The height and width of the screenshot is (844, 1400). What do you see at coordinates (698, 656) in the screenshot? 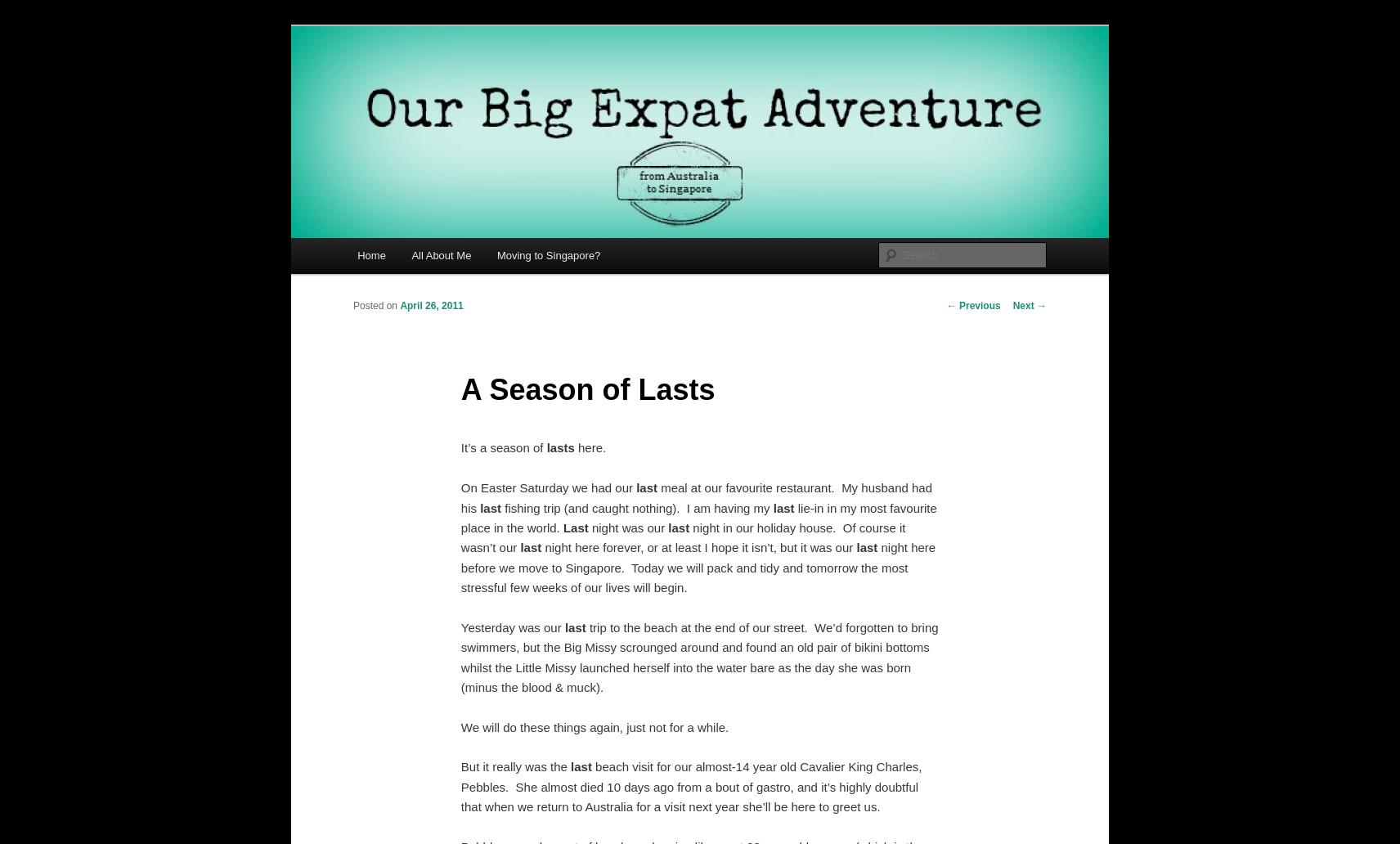
I see `'trip to the beach at the end of our street.  We’d forgotten to bring swimmers, but the Big Missy scrounged around and found an old pair of bikini bottoms whilst the Little Missy launched herself into the water bare as the day she was born (minus the blood & muck).'` at bounding box center [698, 656].